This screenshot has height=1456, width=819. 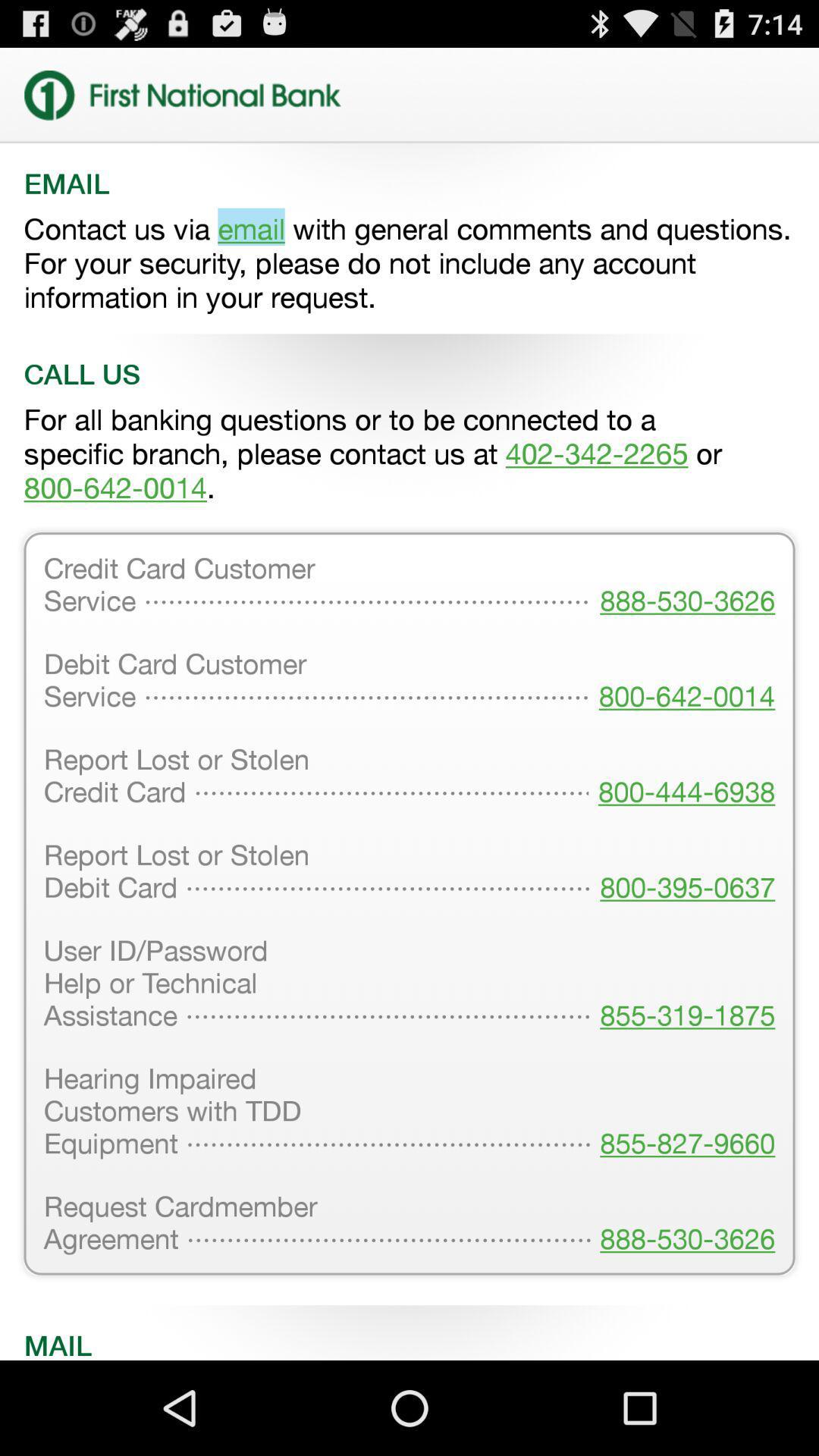 What do you see at coordinates (682, 1112) in the screenshot?
I see `855-827-9660 icon` at bounding box center [682, 1112].